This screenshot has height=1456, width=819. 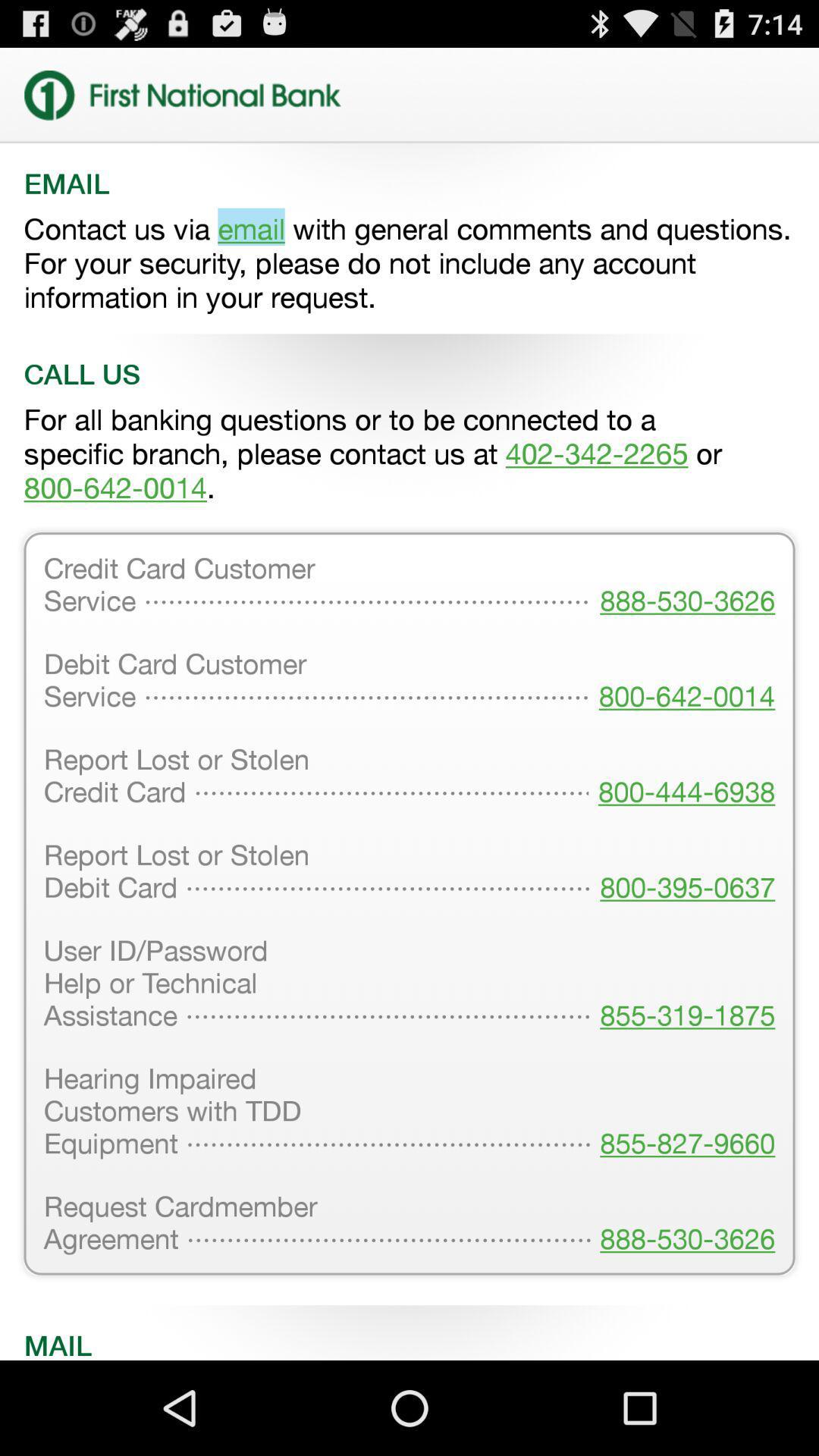 What do you see at coordinates (682, 1112) in the screenshot?
I see `855-827-9660 icon` at bounding box center [682, 1112].